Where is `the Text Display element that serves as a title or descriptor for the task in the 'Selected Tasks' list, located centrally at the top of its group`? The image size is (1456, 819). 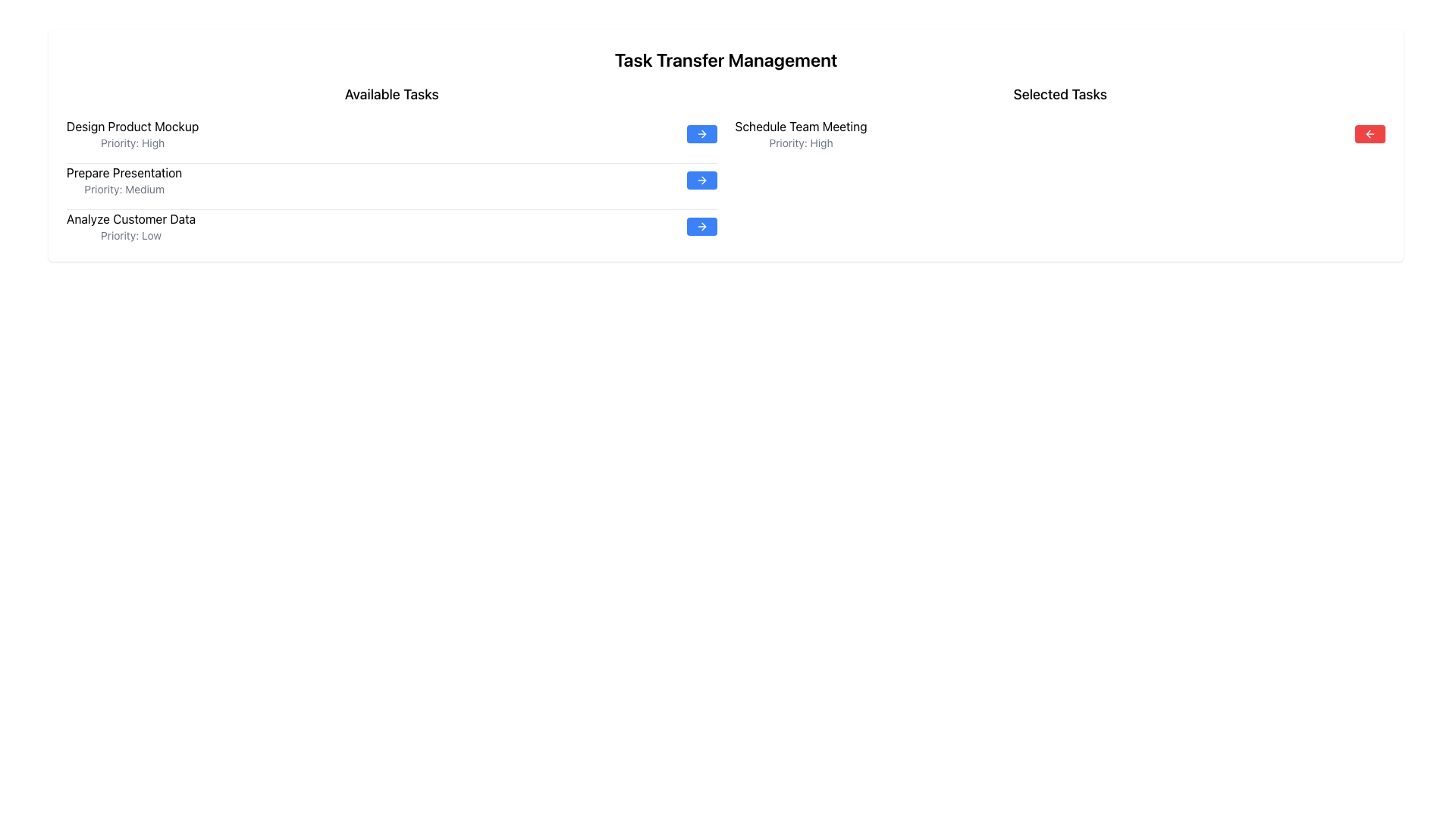 the Text Display element that serves as a title or descriptor for the task in the 'Selected Tasks' list, located centrally at the top of its group is located at coordinates (800, 125).